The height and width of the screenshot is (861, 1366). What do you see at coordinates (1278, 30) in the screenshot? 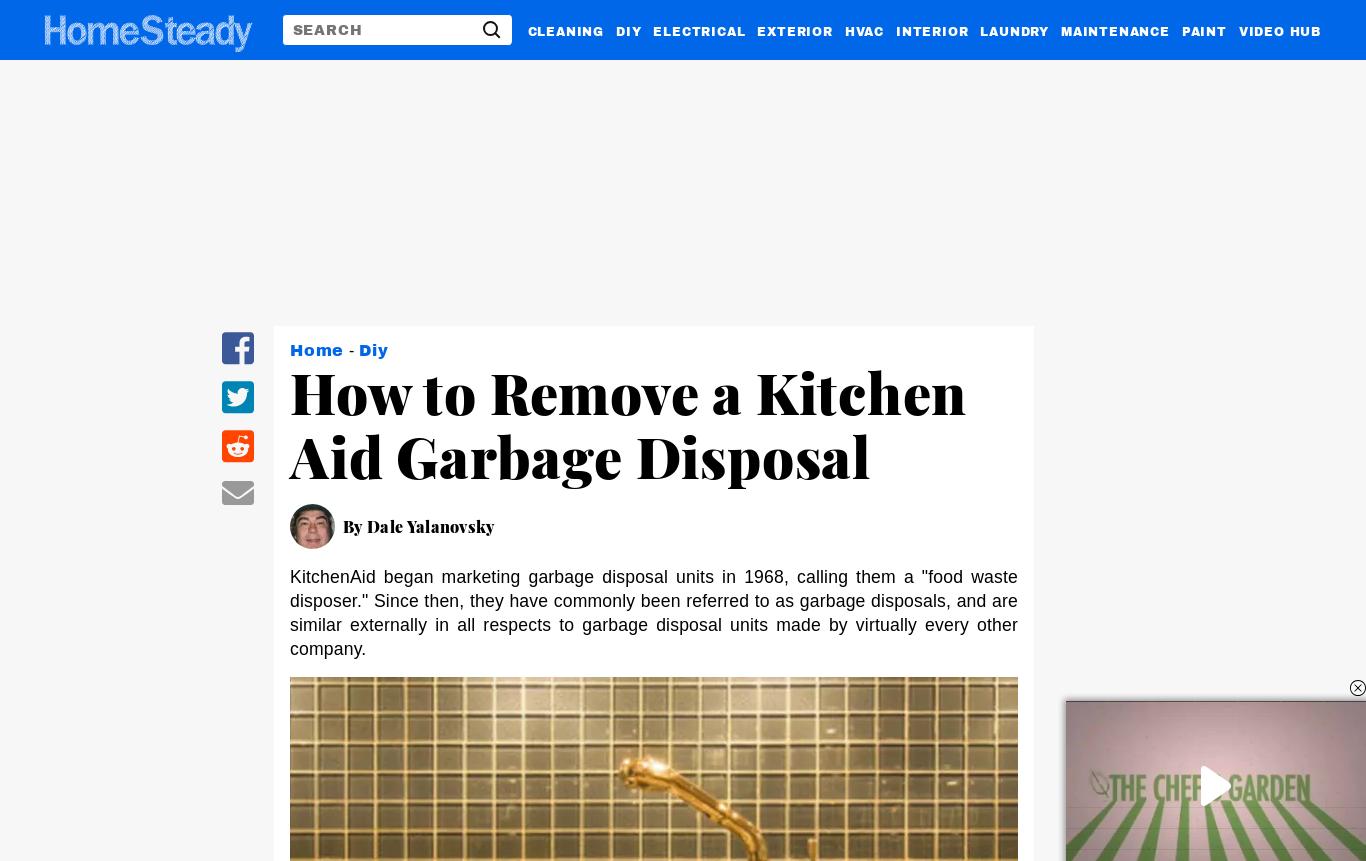
I see `'VIDEO HUB'` at bounding box center [1278, 30].